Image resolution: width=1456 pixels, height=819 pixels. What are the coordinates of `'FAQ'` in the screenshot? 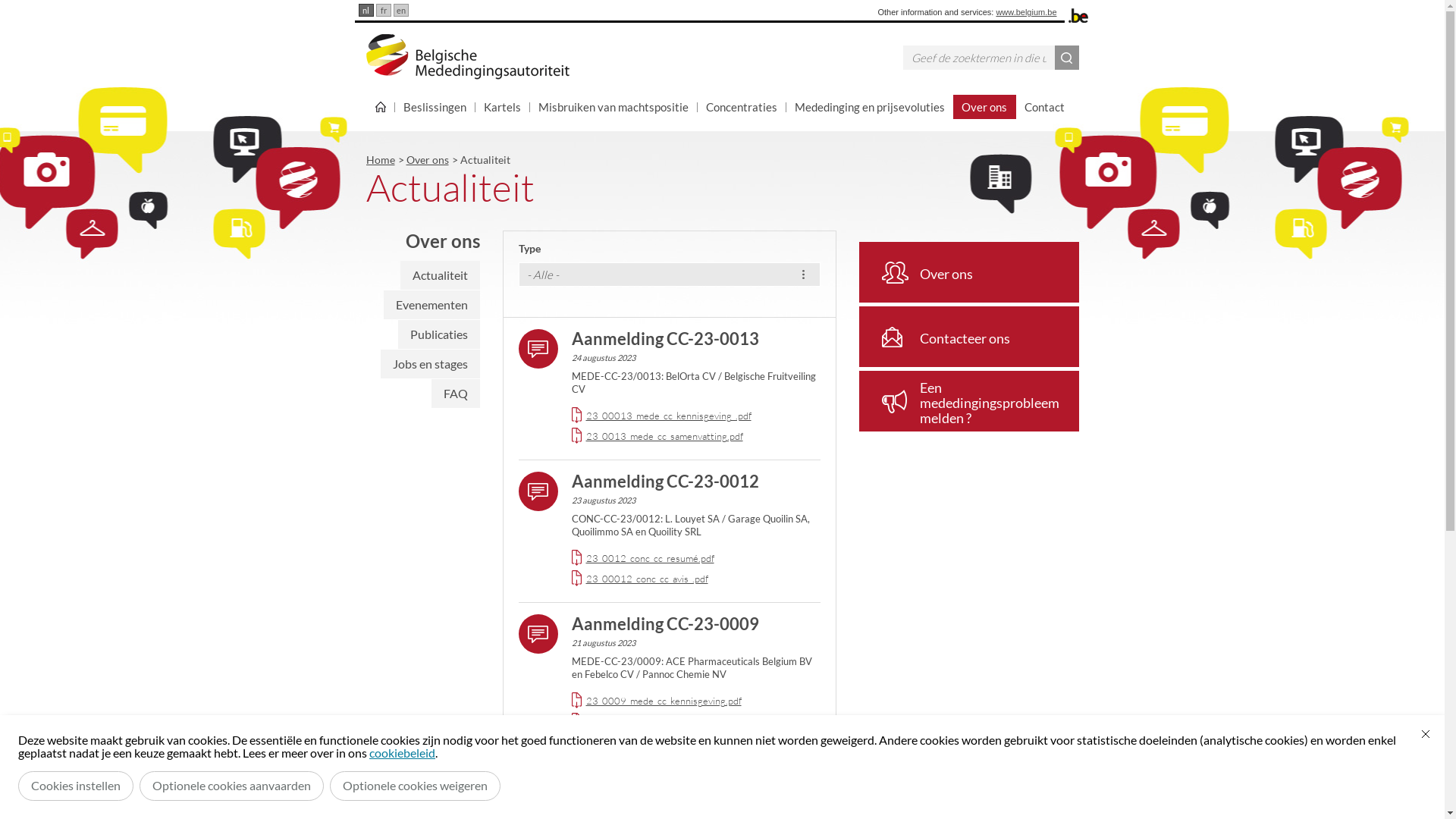 It's located at (429, 393).